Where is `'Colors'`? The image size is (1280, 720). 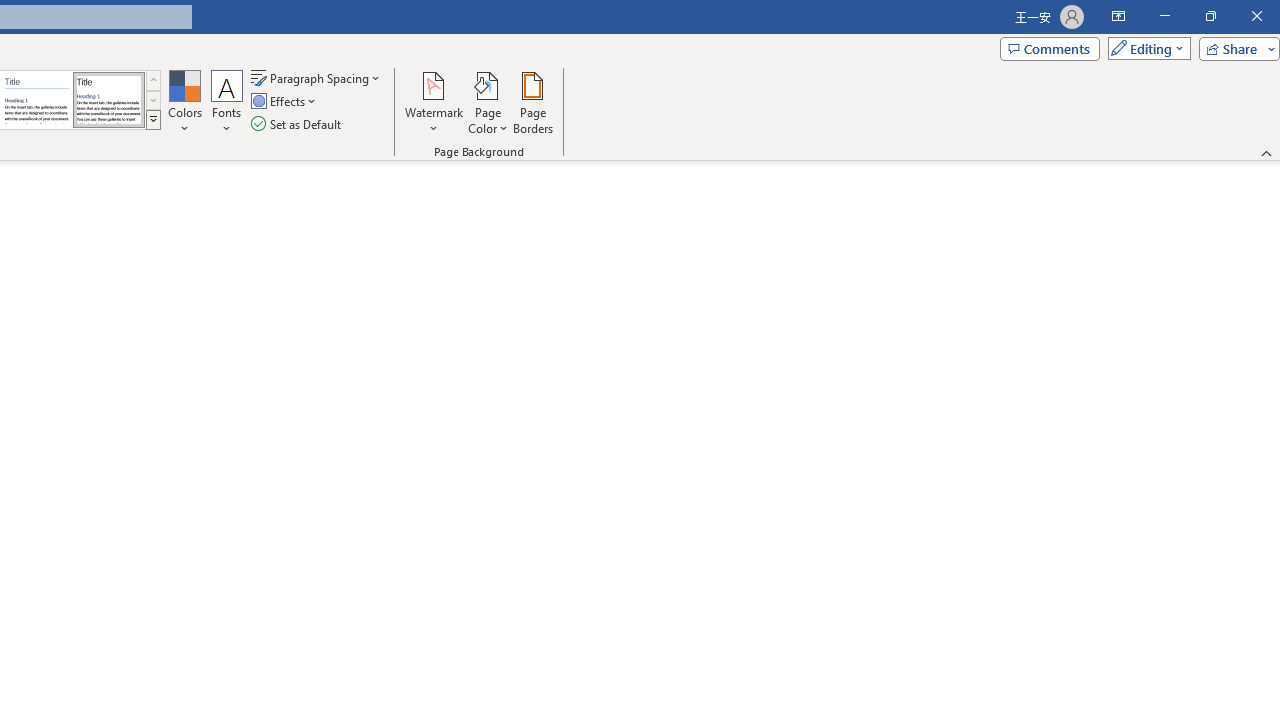
'Colors' is located at coordinates (184, 103).